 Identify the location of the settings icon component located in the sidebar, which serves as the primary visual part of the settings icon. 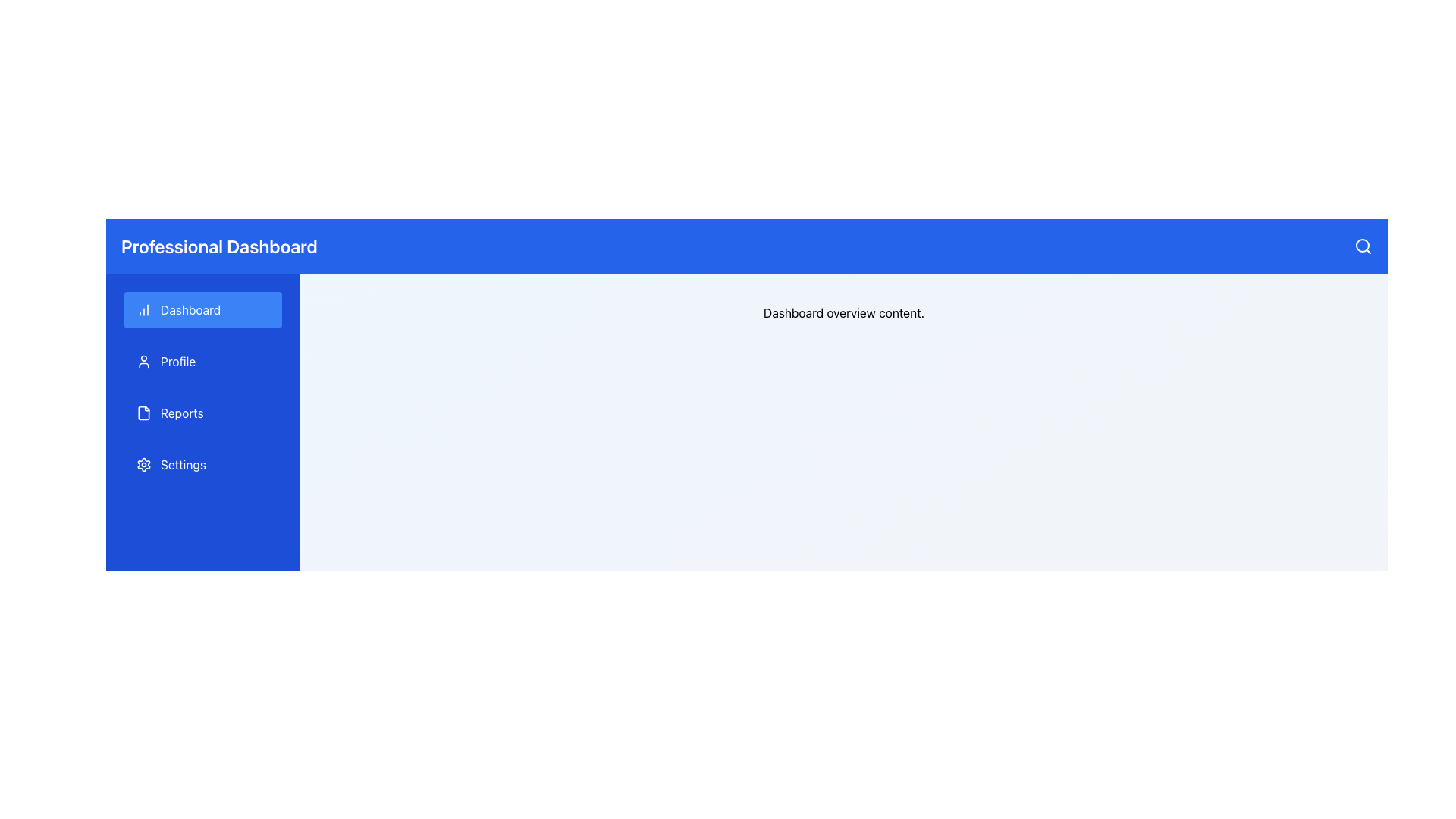
(144, 464).